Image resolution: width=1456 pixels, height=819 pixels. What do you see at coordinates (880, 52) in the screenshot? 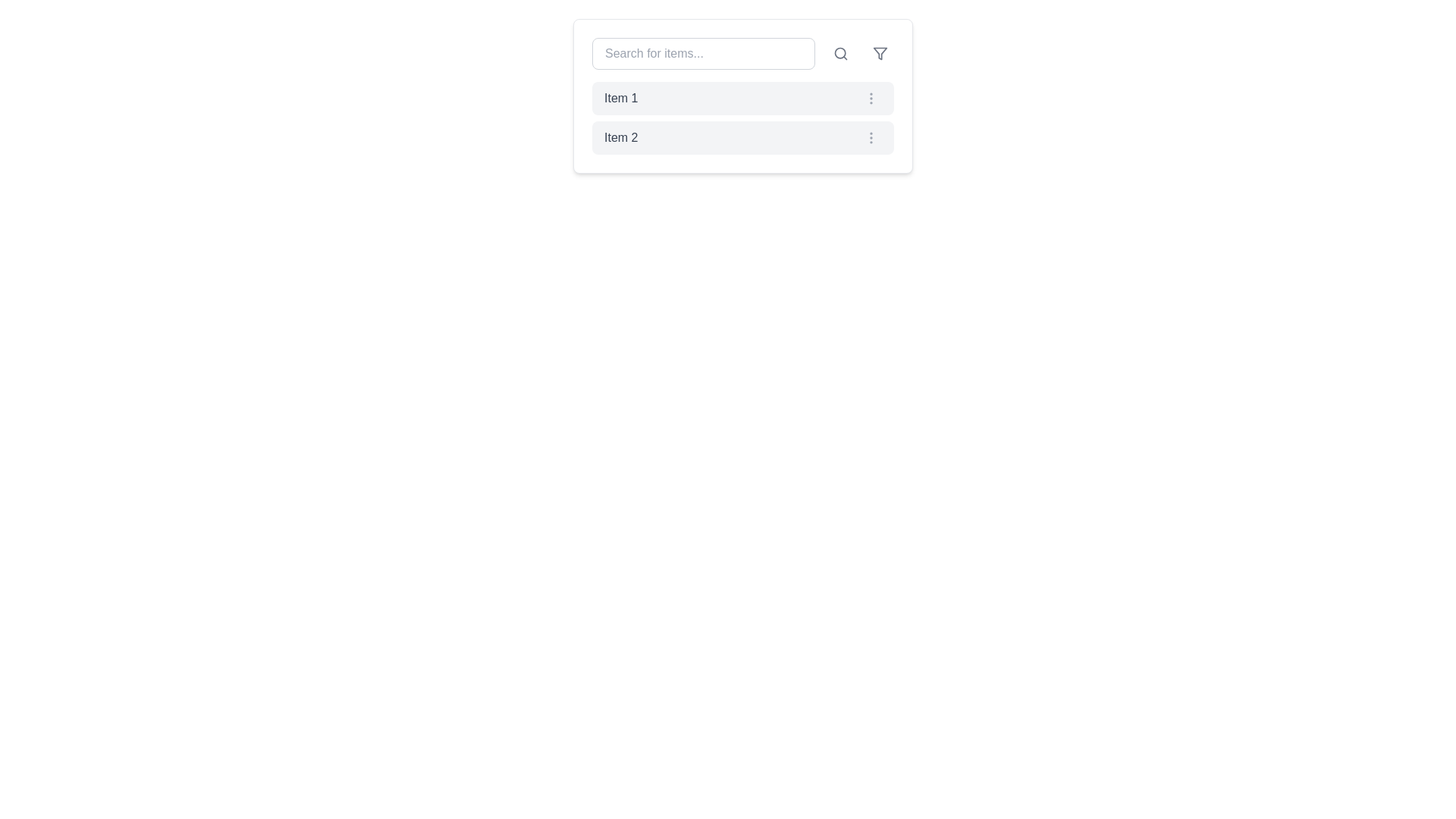
I see `the triangular filter icon located in the top-right corner adjacent to the search bar` at bounding box center [880, 52].